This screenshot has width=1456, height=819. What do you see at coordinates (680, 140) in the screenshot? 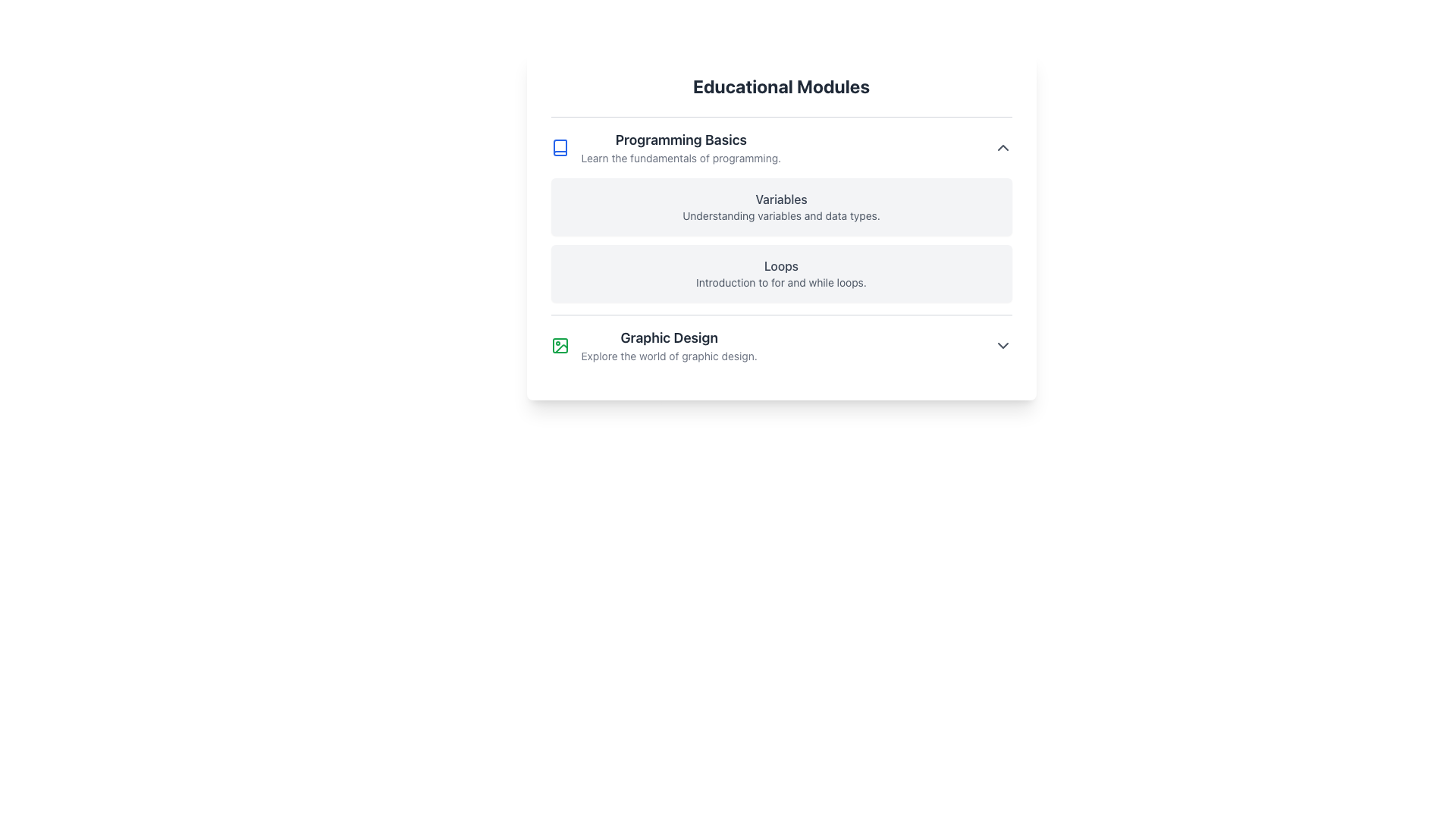
I see `Heading element that serves as the title of the educational module indicating a topic of study in programming basics, located in the 'Educational Modules' section` at bounding box center [680, 140].